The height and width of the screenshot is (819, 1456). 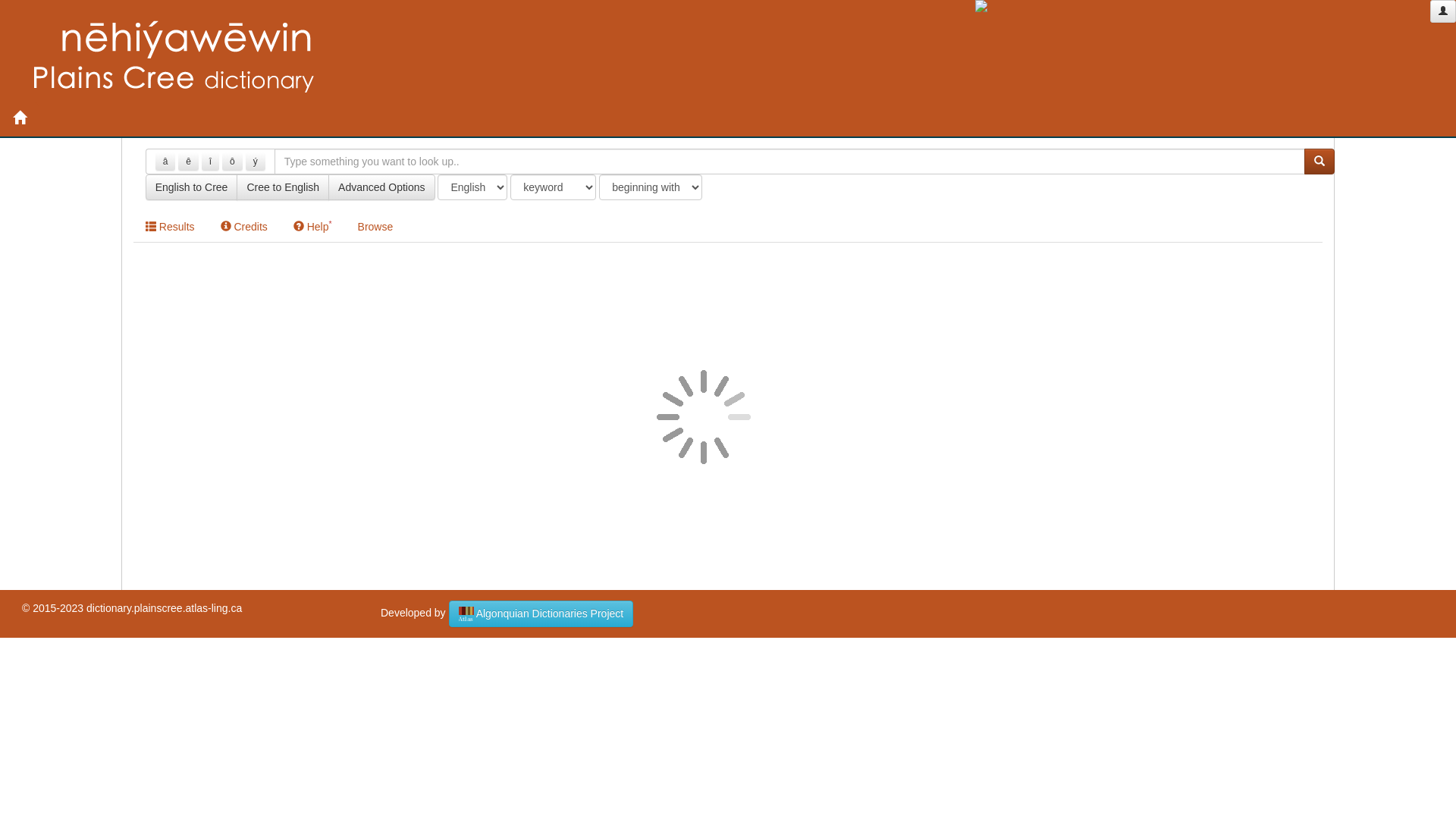 What do you see at coordinates (541, 613) in the screenshot?
I see `'Algonquian Dictionaries Project'` at bounding box center [541, 613].